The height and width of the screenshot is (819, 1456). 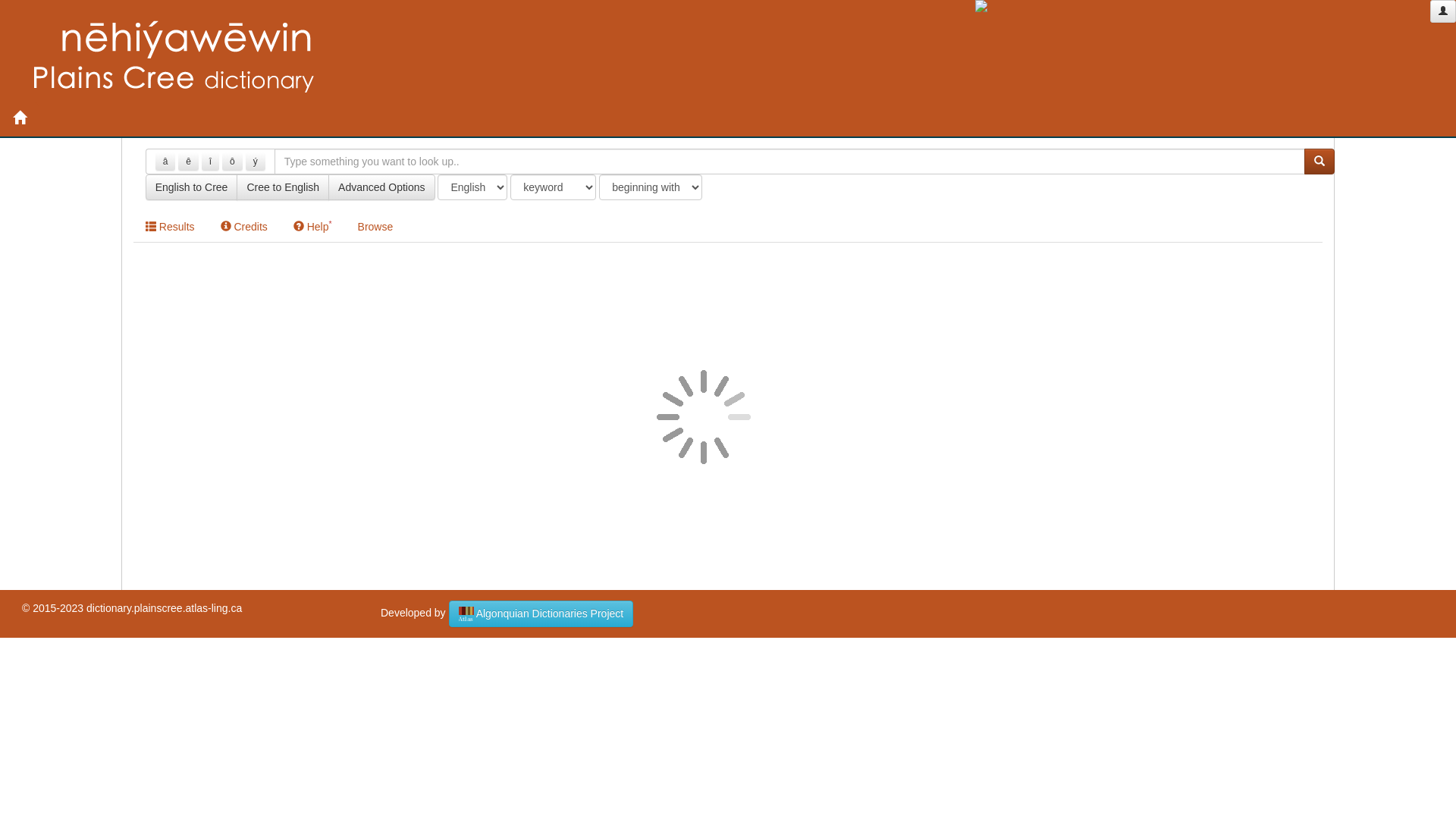 What do you see at coordinates (541, 613) in the screenshot?
I see `'Algonquian Dictionaries Project'` at bounding box center [541, 613].